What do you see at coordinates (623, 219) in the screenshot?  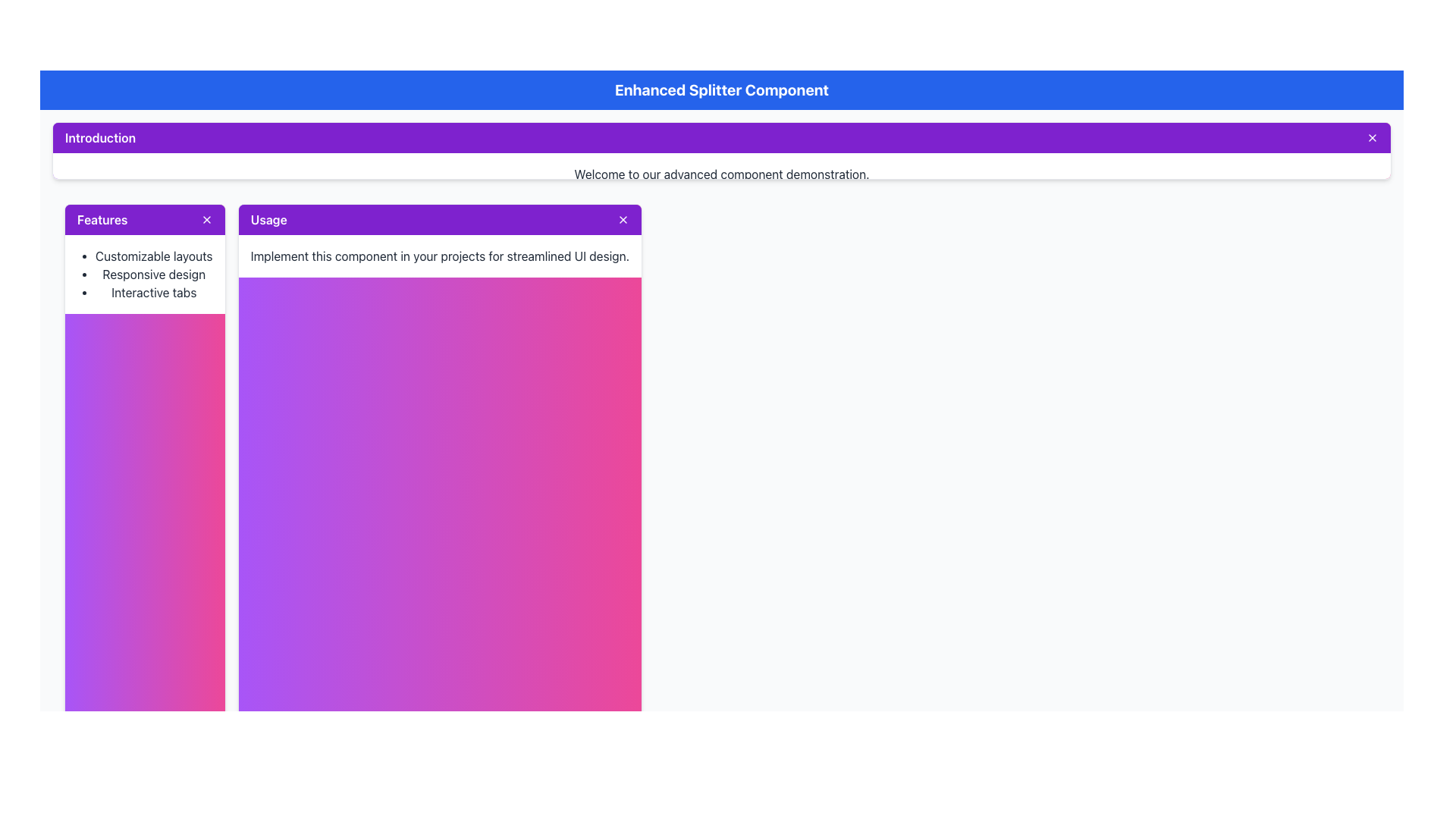 I see `the close icon located in the top-right corner of the purple header bar within the 'Usage' section, adjacent to the 'Usage' label` at bounding box center [623, 219].